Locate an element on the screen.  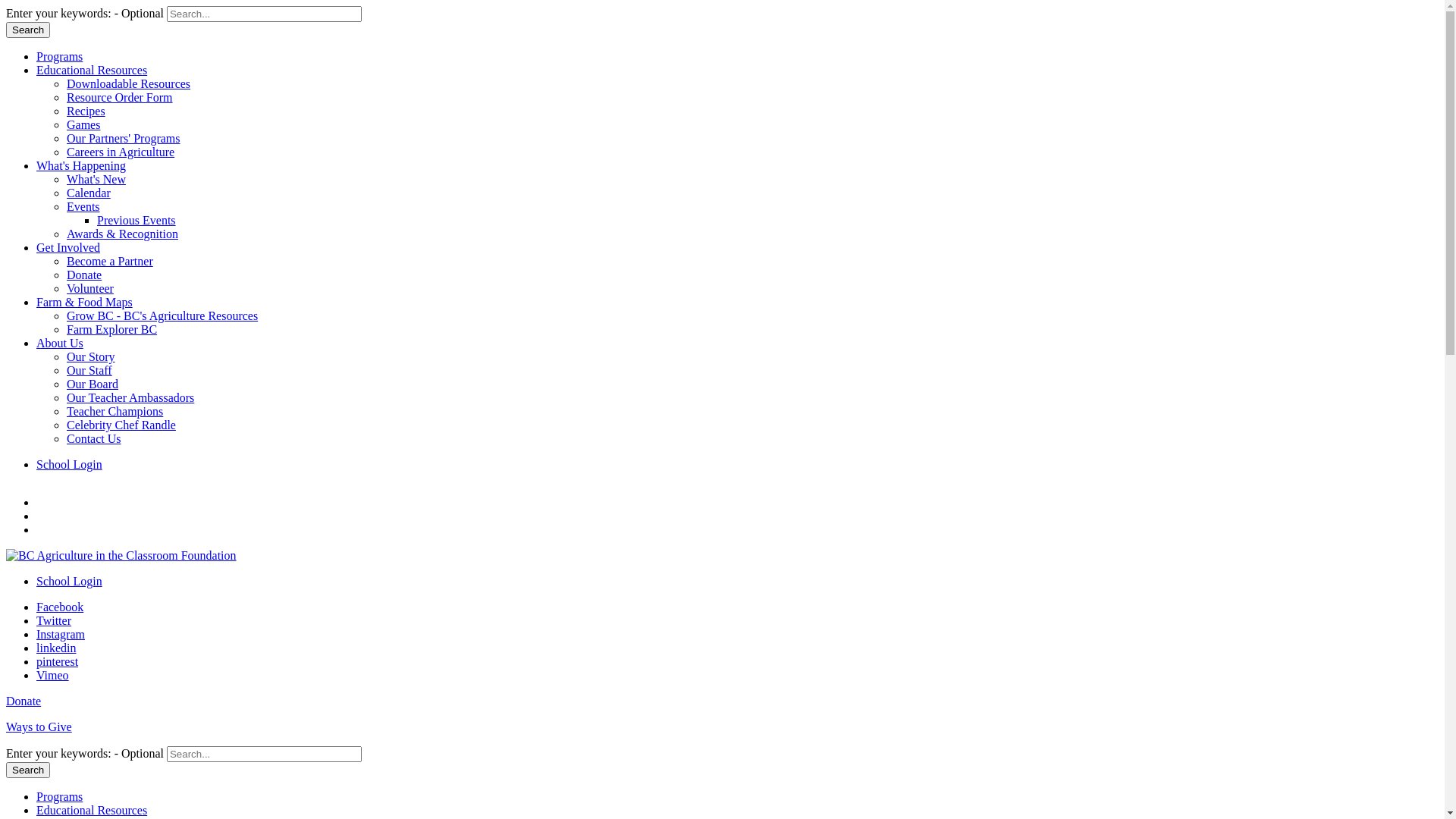
'Donate' is located at coordinates (83, 275).